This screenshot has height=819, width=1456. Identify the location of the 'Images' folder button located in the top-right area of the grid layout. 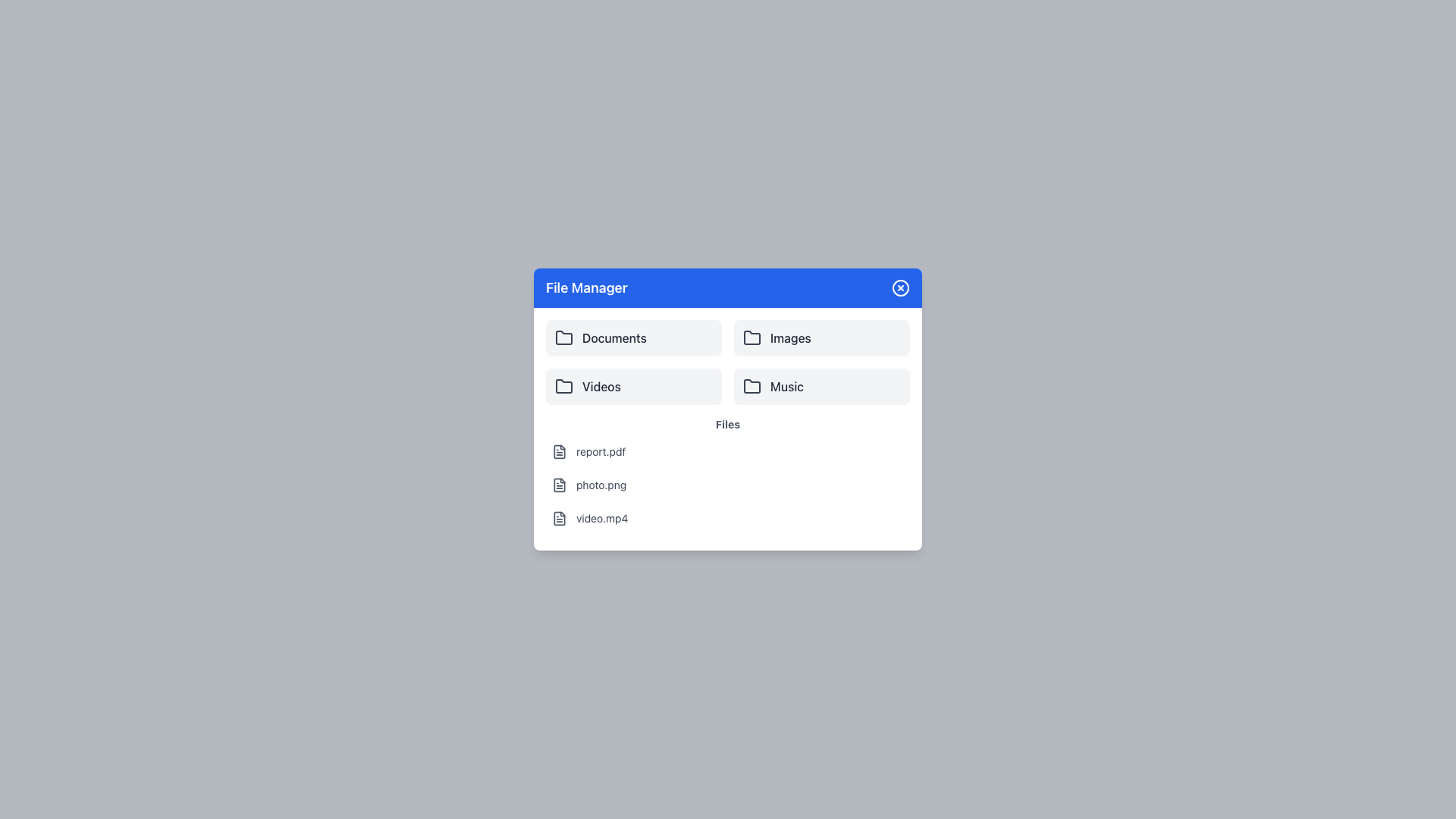
(821, 337).